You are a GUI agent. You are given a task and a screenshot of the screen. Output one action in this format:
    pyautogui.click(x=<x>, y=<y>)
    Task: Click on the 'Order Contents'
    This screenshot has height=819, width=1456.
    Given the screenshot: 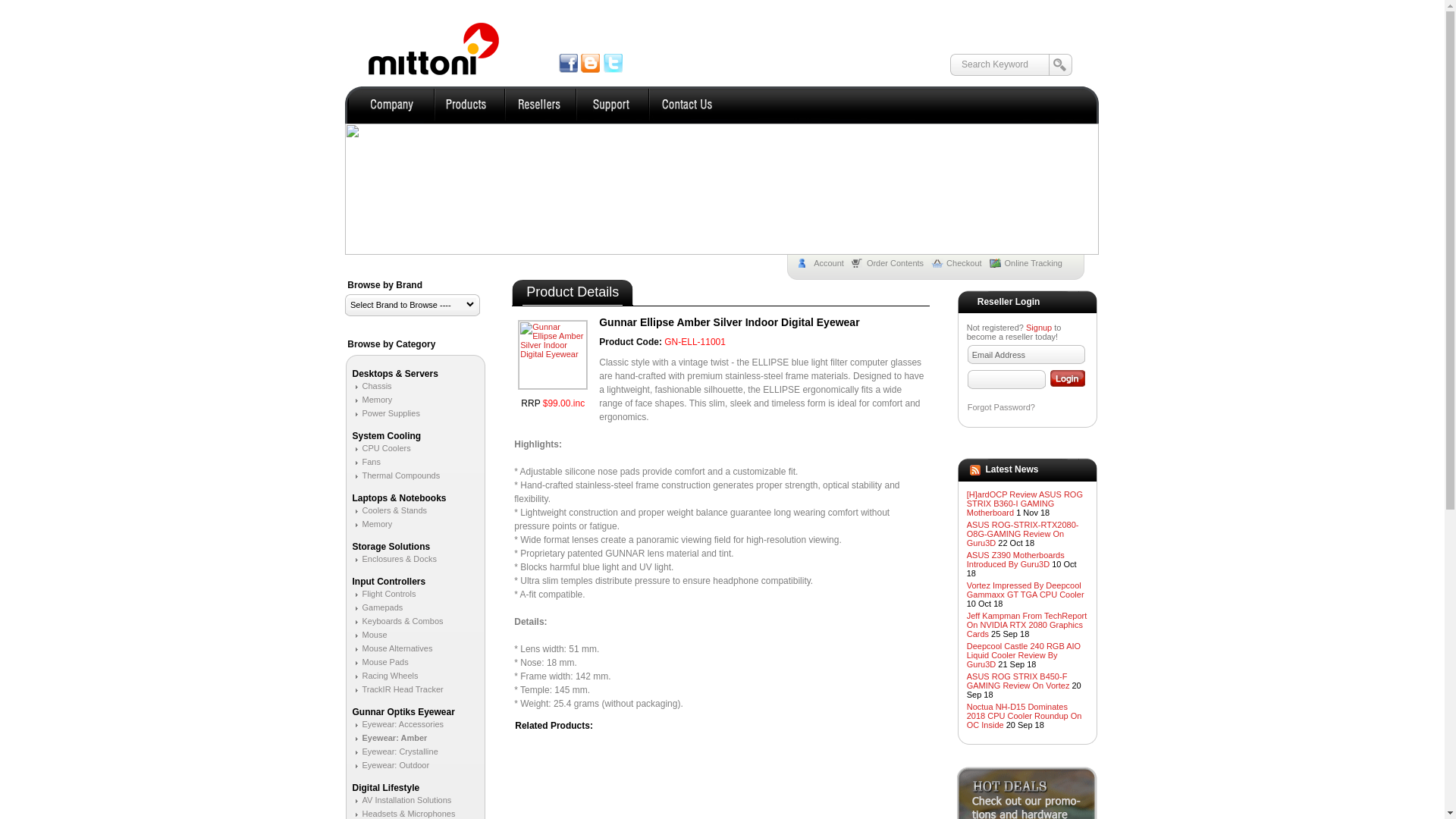 What is the action you would take?
    pyautogui.click(x=891, y=262)
    